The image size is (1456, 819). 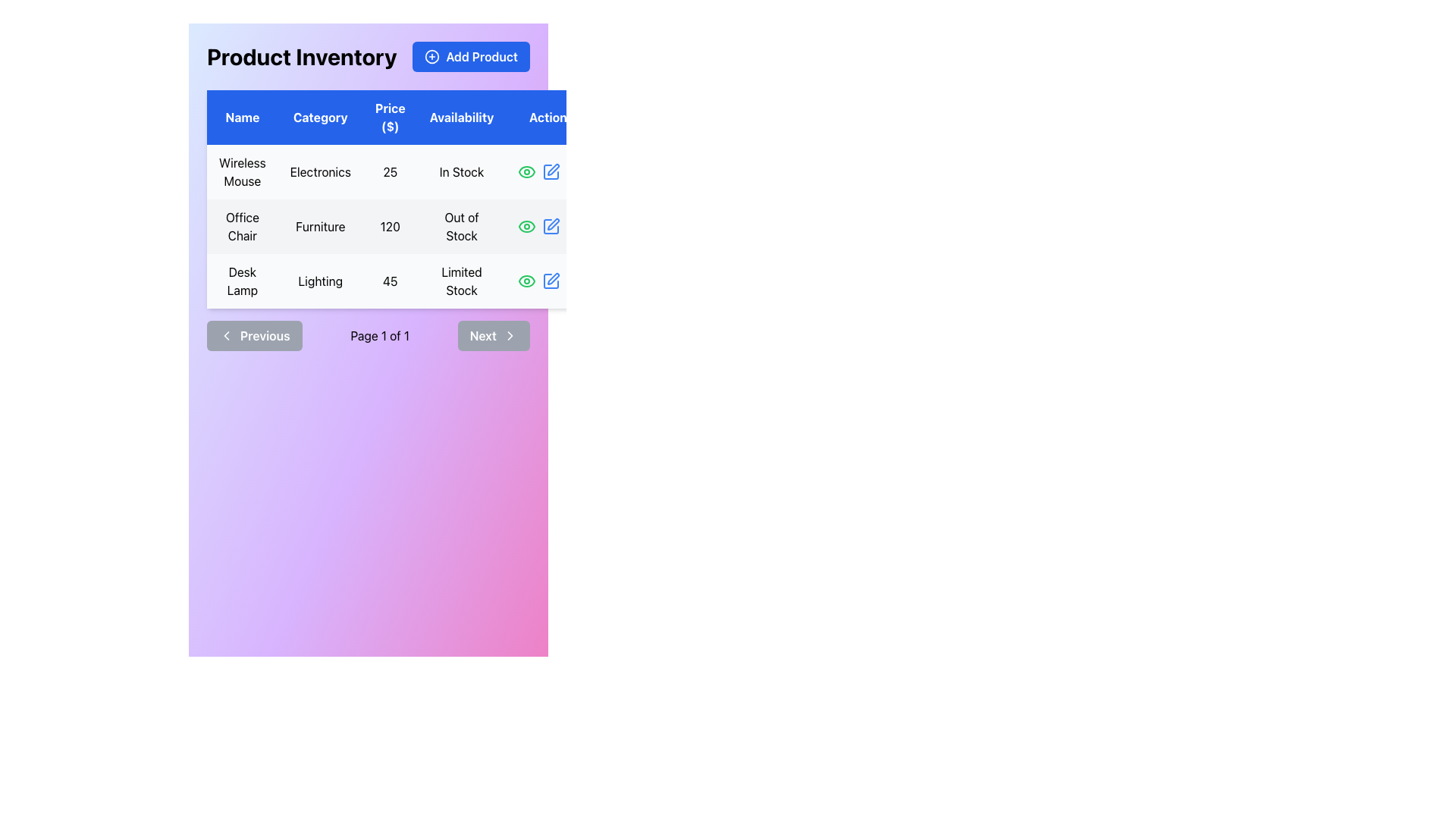 What do you see at coordinates (527, 281) in the screenshot?
I see `the eye icon in the 'Actions' column of the last row in the 'Product Inventory' table, which is represented by a curved, elongated shape resembling an outline of an eye` at bounding box center [527, 281].